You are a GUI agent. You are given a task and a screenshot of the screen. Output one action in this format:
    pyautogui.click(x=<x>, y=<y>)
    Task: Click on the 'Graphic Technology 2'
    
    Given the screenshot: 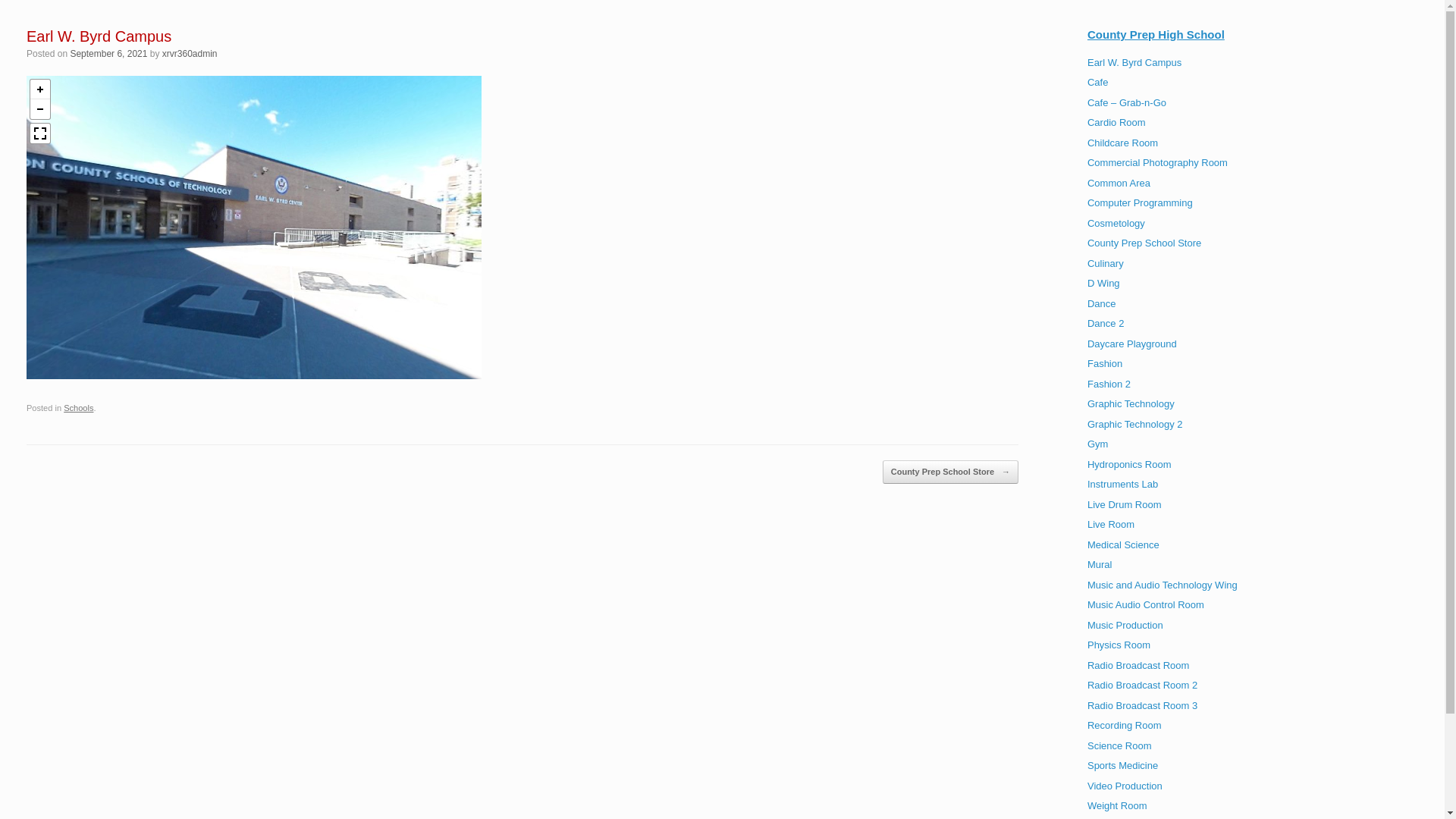 What is the action you would take?
    pyautogui.click(x=1135, y=424)
    